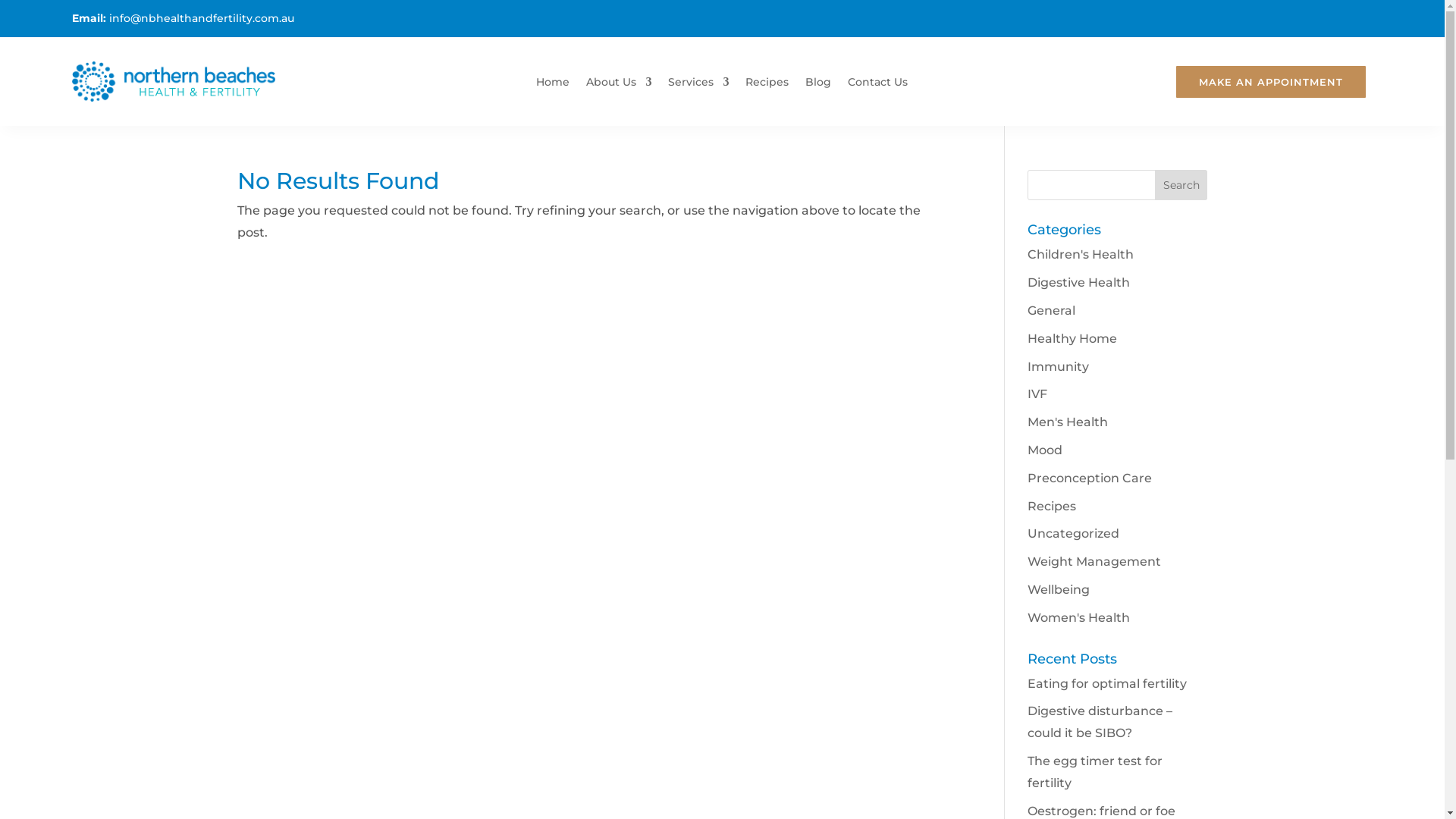  Describe the element at coordinates (1027, 478) in the screenshot. I see `'Preconception Care'` at that location.